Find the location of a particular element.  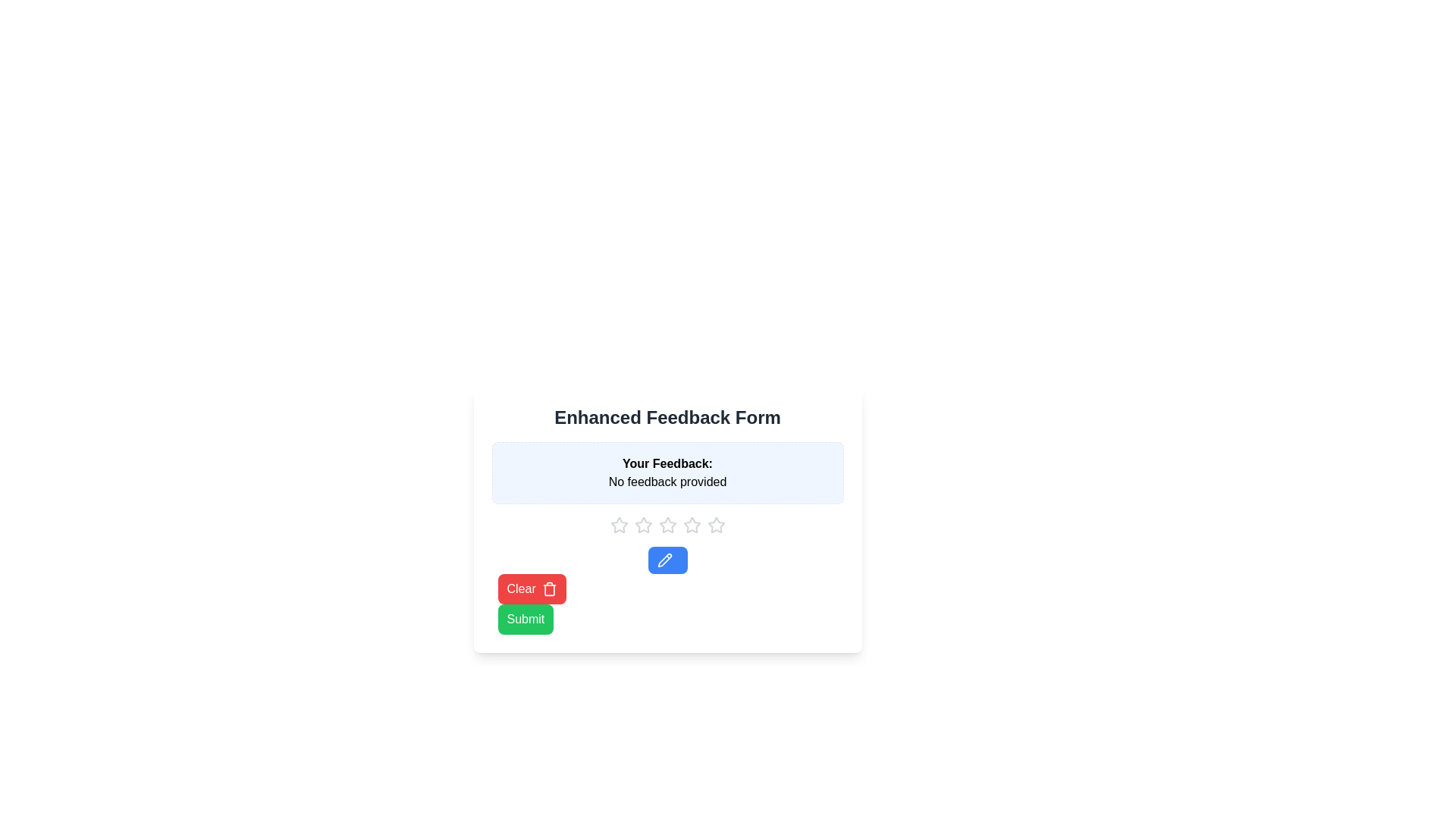

the 'Clear' button with a red background and white rounded borders is located at coordinates (532, 588).